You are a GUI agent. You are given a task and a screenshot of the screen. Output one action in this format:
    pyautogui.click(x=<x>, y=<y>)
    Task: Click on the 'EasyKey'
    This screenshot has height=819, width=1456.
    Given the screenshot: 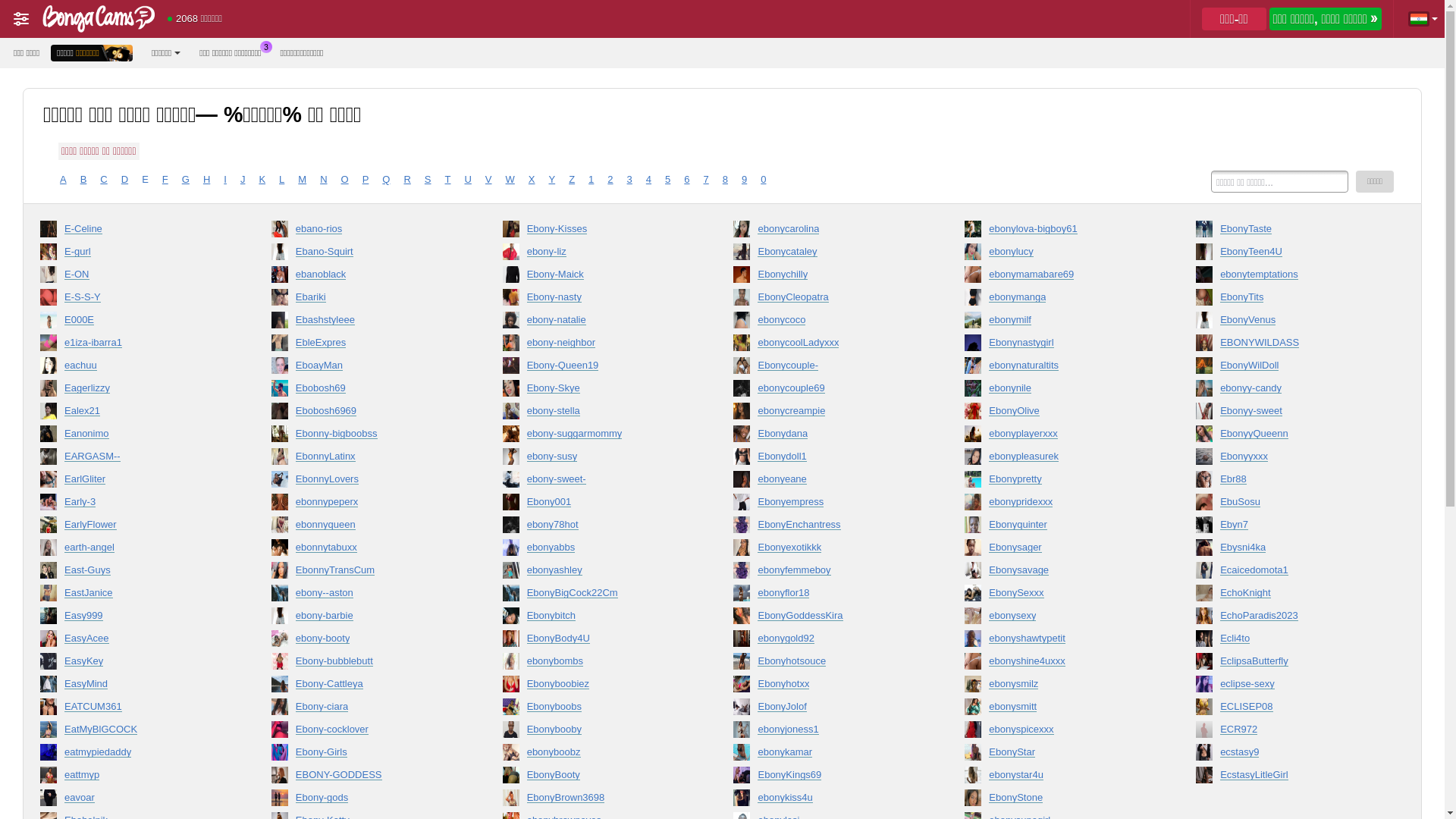 What is the action you would take?
    pyautogui.click(x=39, y=663)
    